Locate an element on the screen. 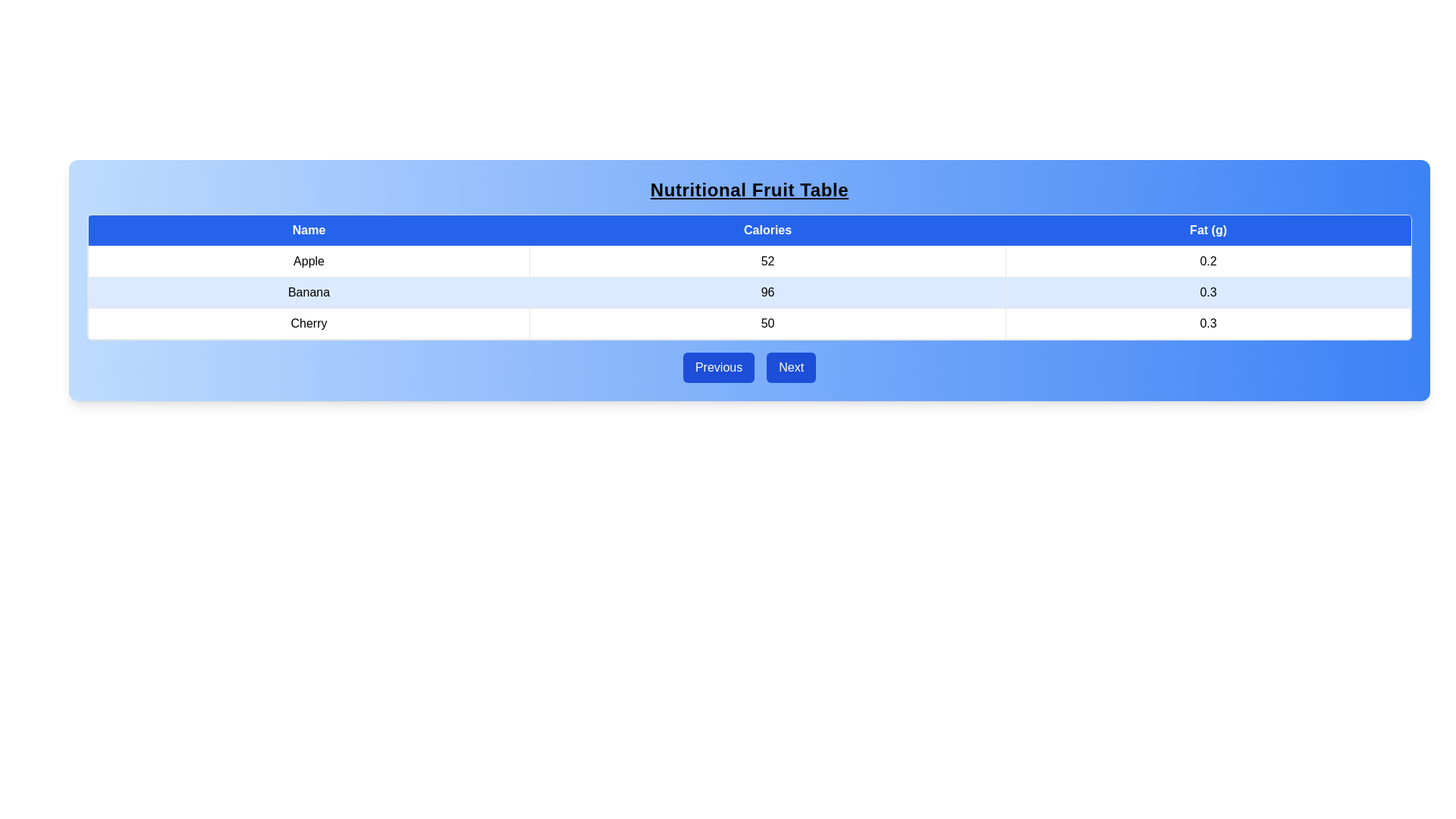 The width and height of the screenshot is (1456, 819). the table cell displaying the value '50' in the 'Calories' column for 'Cherry' in the 'Nutritional Fruit Table' is located at coordinates (767, 323).